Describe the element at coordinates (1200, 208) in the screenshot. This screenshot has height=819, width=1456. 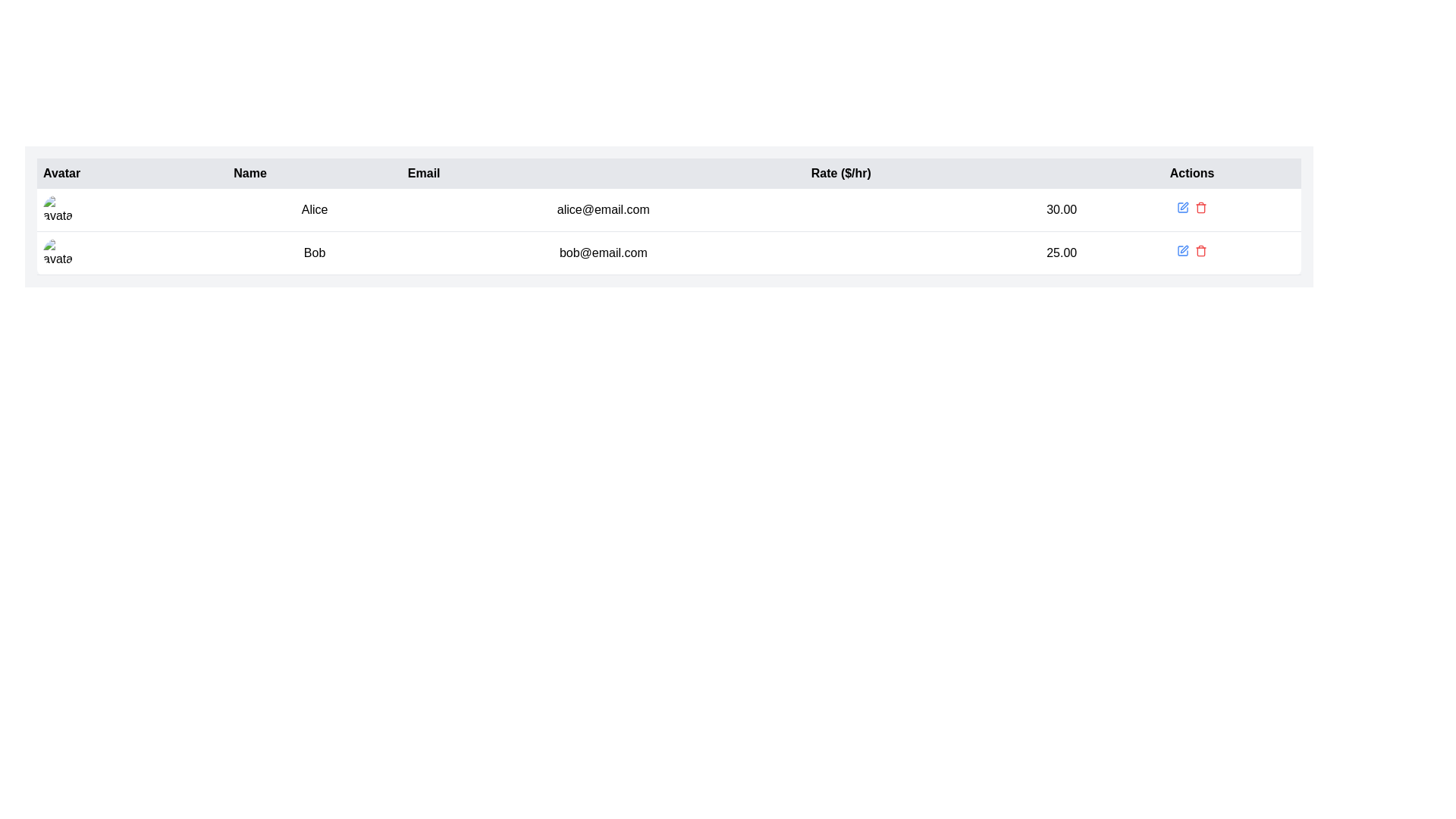
I see `the trash can icon located in the 'Actions' column, second row` at that location.